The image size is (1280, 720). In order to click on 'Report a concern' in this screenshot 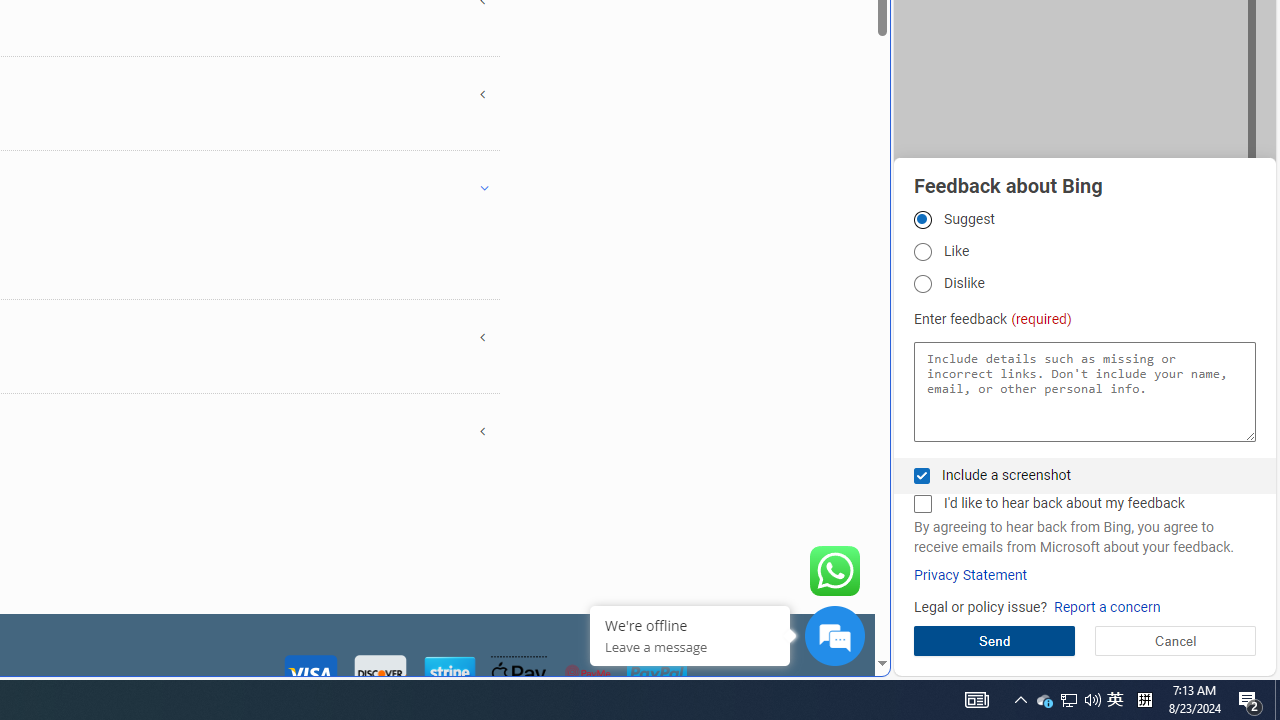, I will do `click(1106, 606)`.